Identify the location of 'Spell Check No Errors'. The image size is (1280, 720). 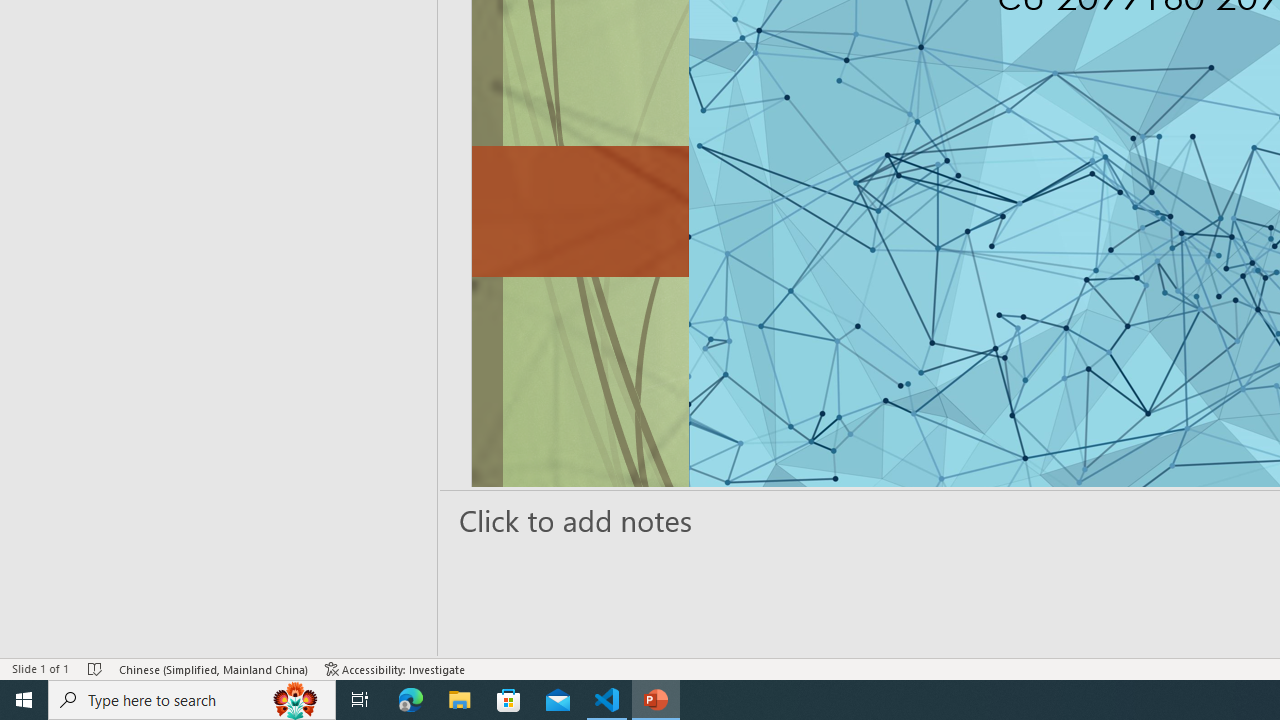
(95, 669).